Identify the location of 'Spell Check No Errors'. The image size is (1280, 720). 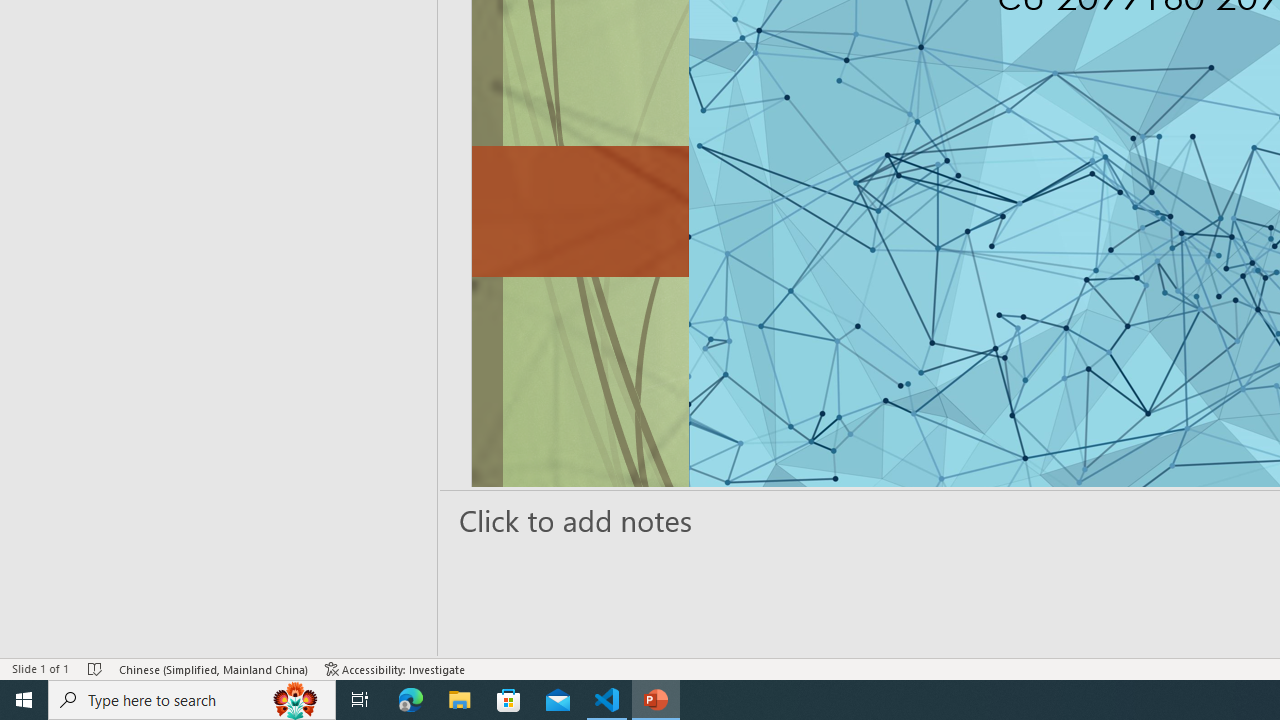
(95, 669).